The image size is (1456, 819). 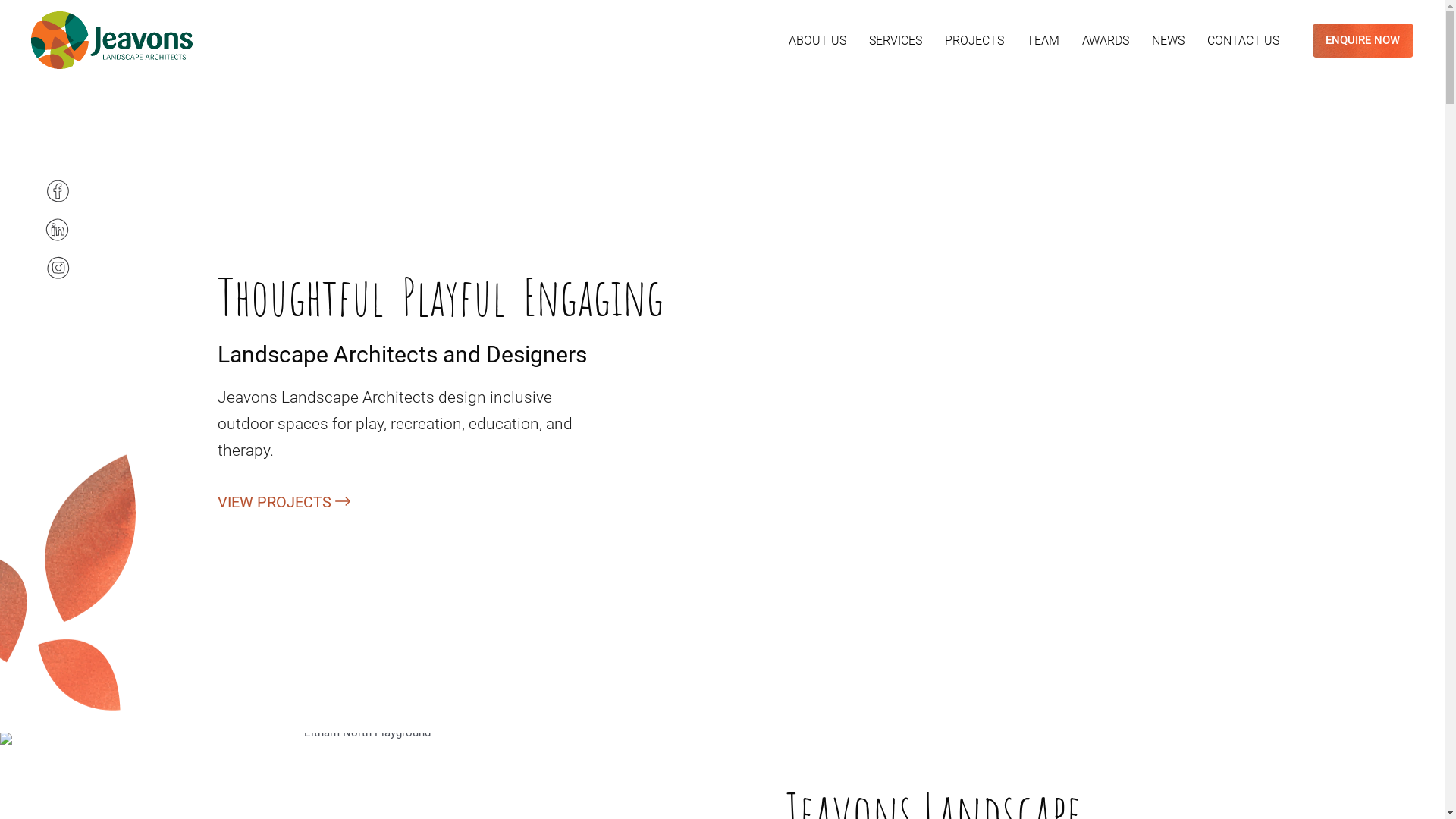 What do you see at coordinates (1195, 39) in the screenshot?
I see `'CONTACT US'` at bounding box center [1195, 39].